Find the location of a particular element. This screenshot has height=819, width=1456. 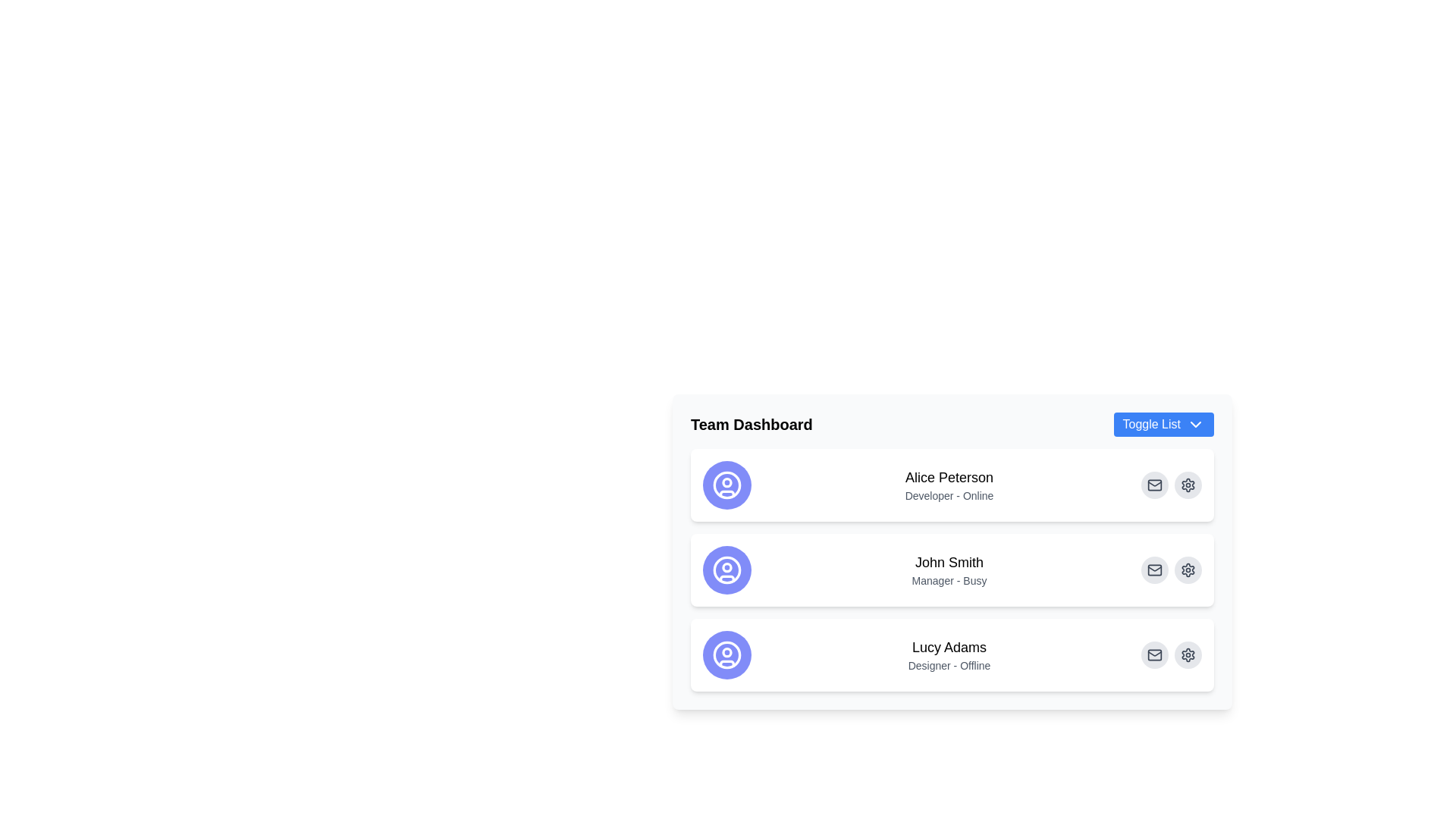

the graphical decoration indicating a specific status or type of user within the user icon in the second user detail row is located at coordinates (726, 567).